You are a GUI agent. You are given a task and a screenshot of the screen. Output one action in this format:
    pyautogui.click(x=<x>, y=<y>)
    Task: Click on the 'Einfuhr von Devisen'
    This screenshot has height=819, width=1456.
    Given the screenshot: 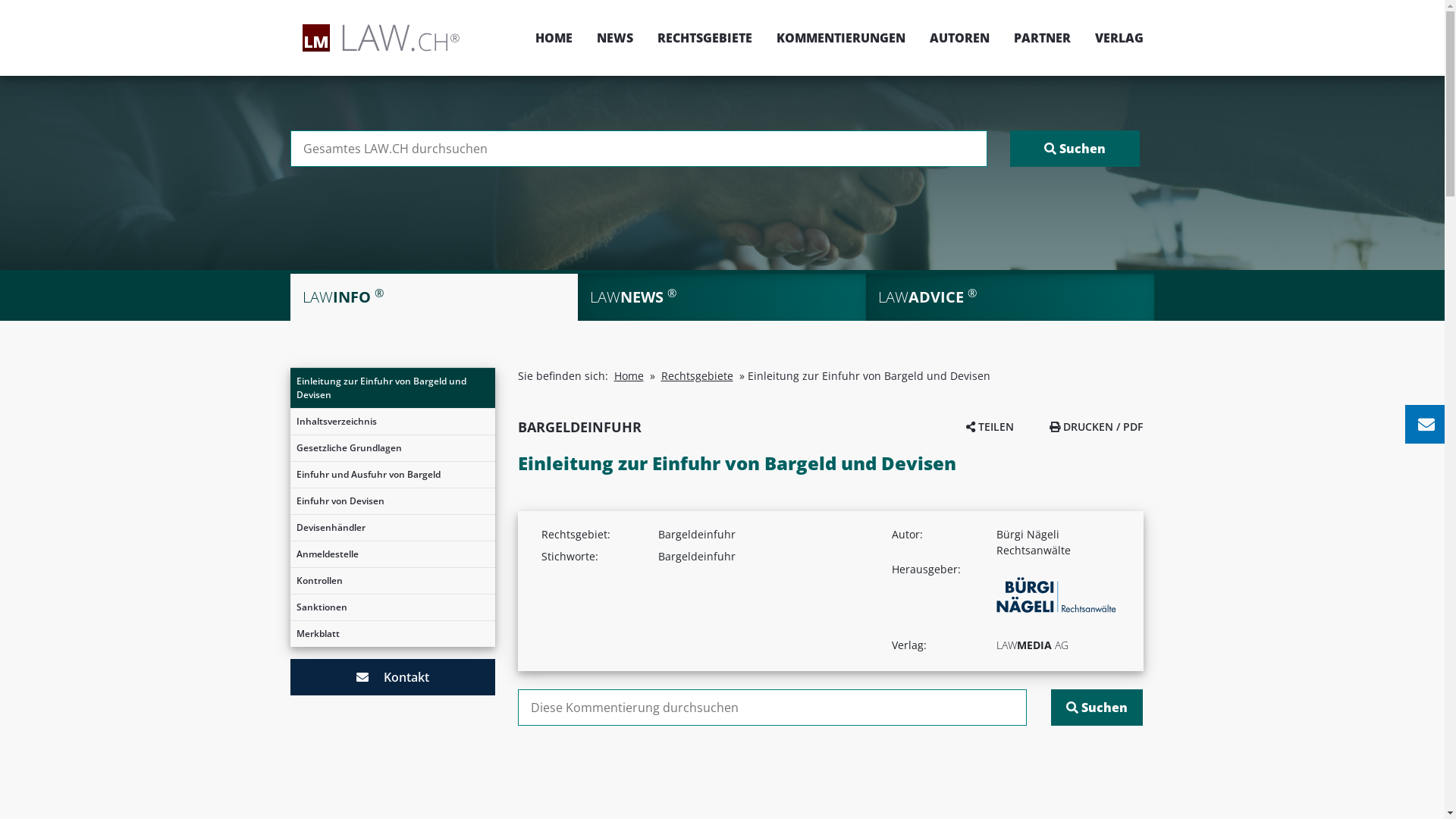 What is the action you would take?
    pyautogui.click(x=392, y=500)
    